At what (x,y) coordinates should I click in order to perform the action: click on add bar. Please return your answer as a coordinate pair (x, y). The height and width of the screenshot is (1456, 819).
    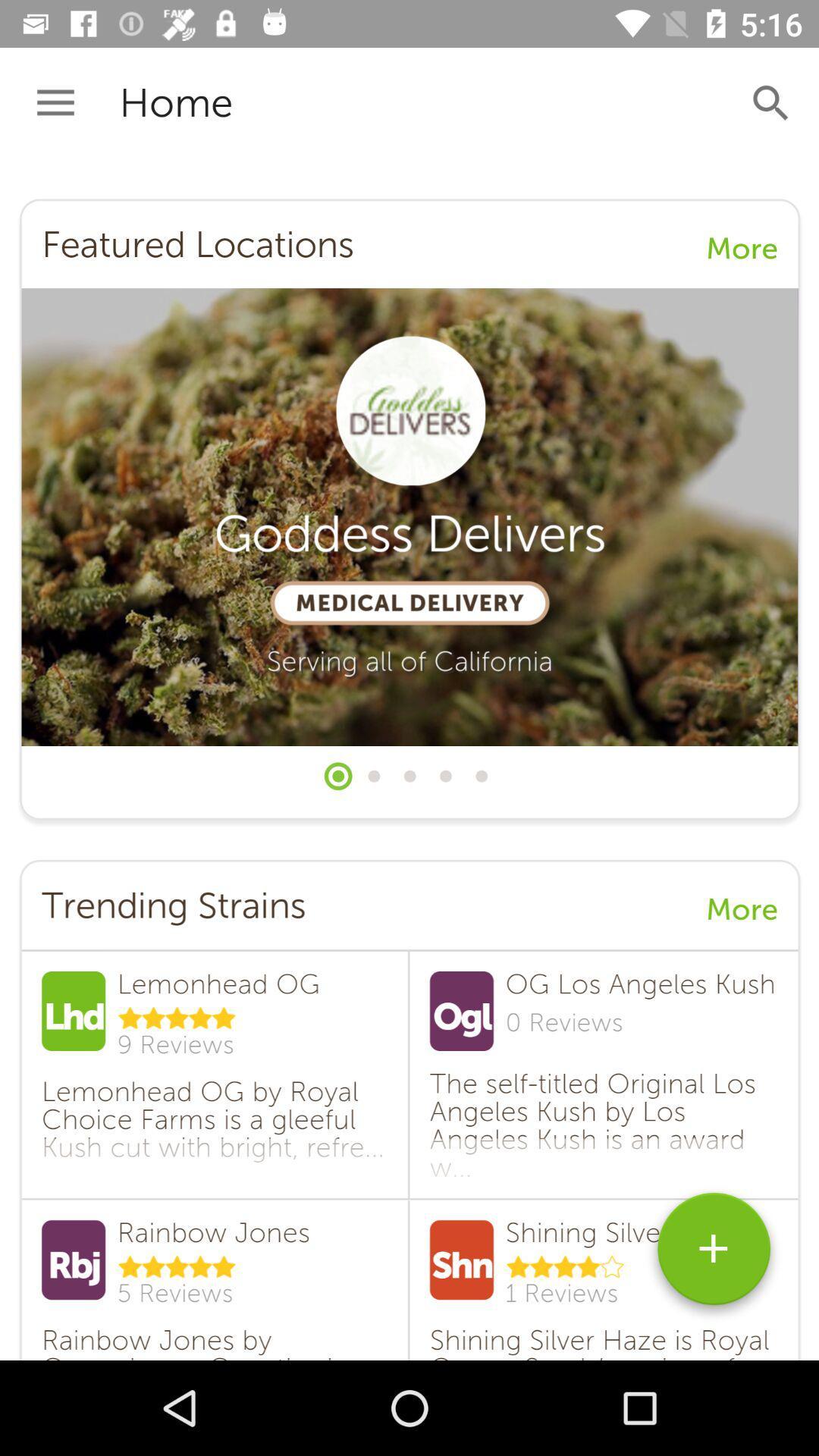
    Looking at the image, I should click on (714, 1254).